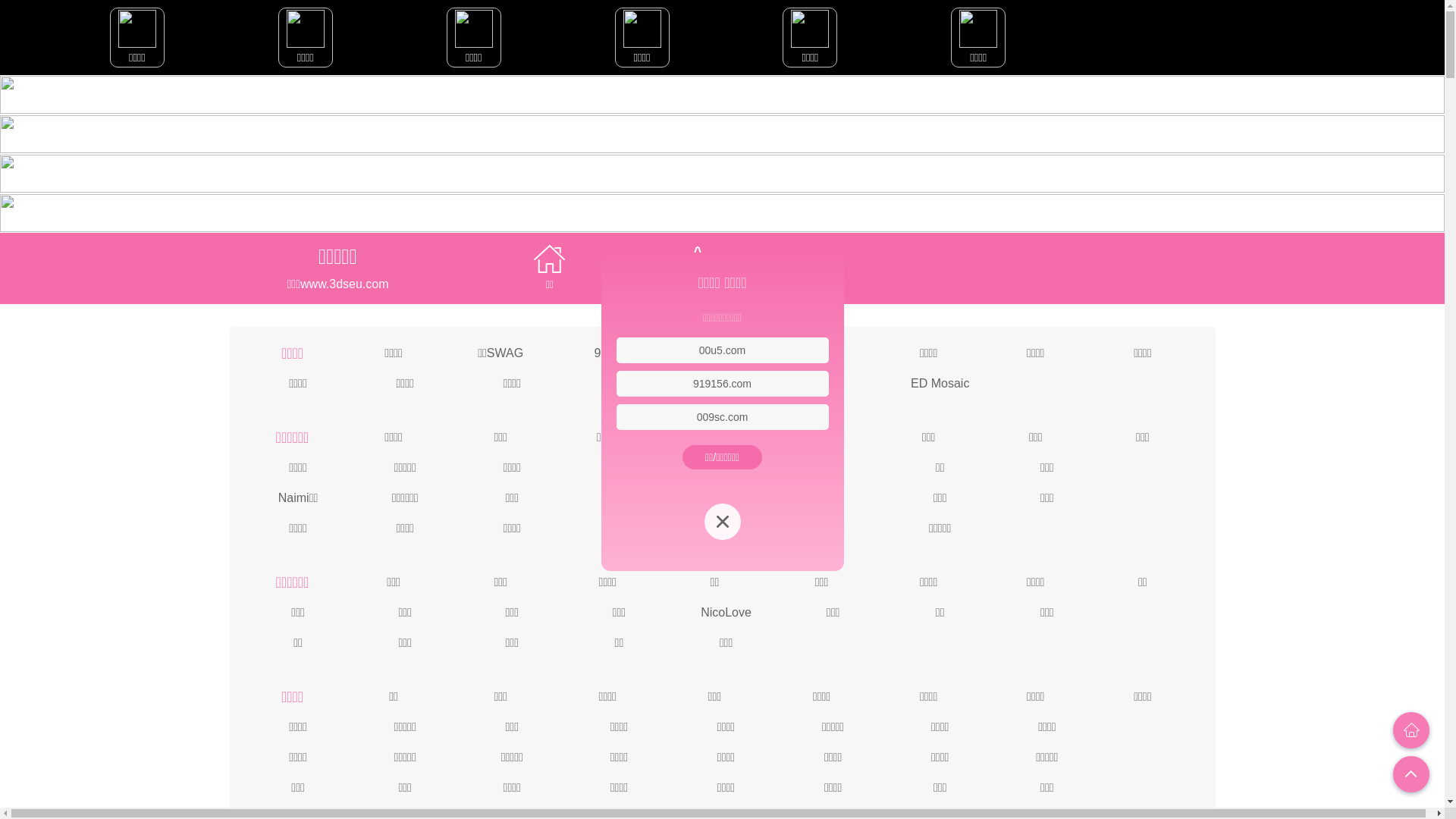 The width and height of the screenshot is (1456, 819). What do you see at coordinates (698, 350) in the screenshot?
I see `'00u5.com'` at bounding box center [698, 350].